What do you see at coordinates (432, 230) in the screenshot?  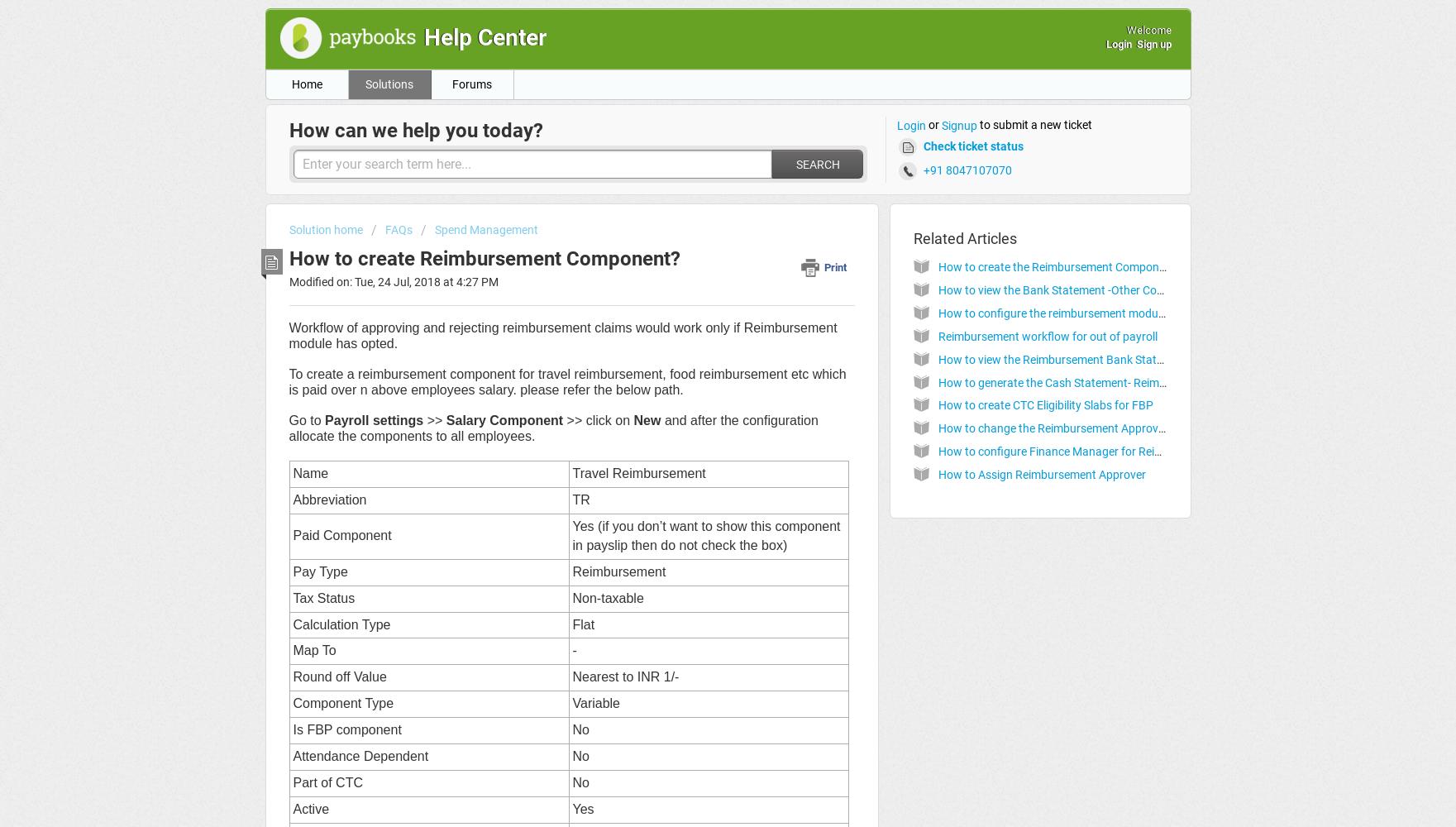 I see `'Spend Management'` at bounding box center [432, 230].